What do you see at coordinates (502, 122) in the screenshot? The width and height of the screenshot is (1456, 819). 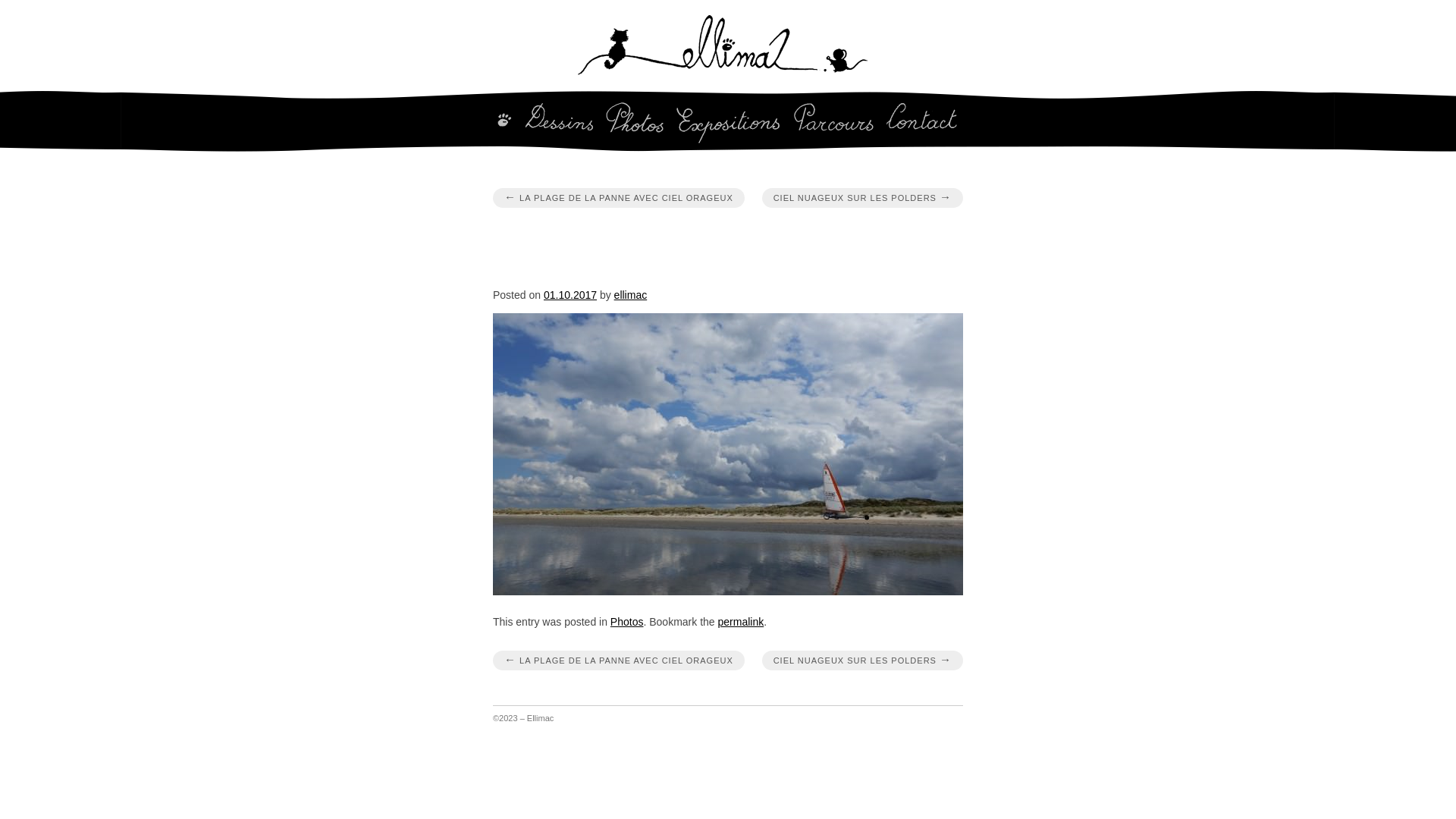 I see `'Home'` at bounding box center [502, 122].